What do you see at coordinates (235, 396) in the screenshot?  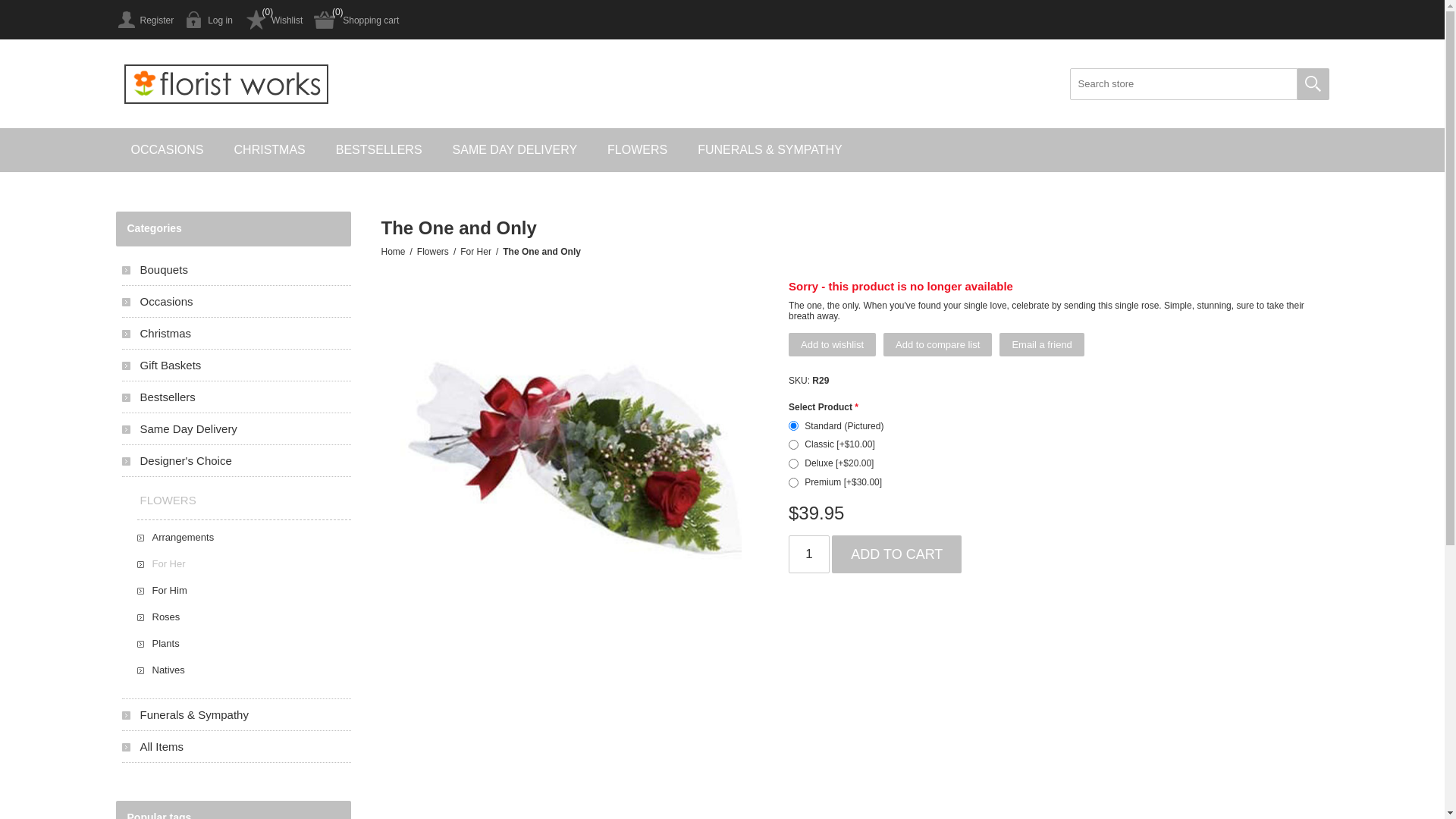 I see `'Bestsellers'` at bounding box center [235, 396].